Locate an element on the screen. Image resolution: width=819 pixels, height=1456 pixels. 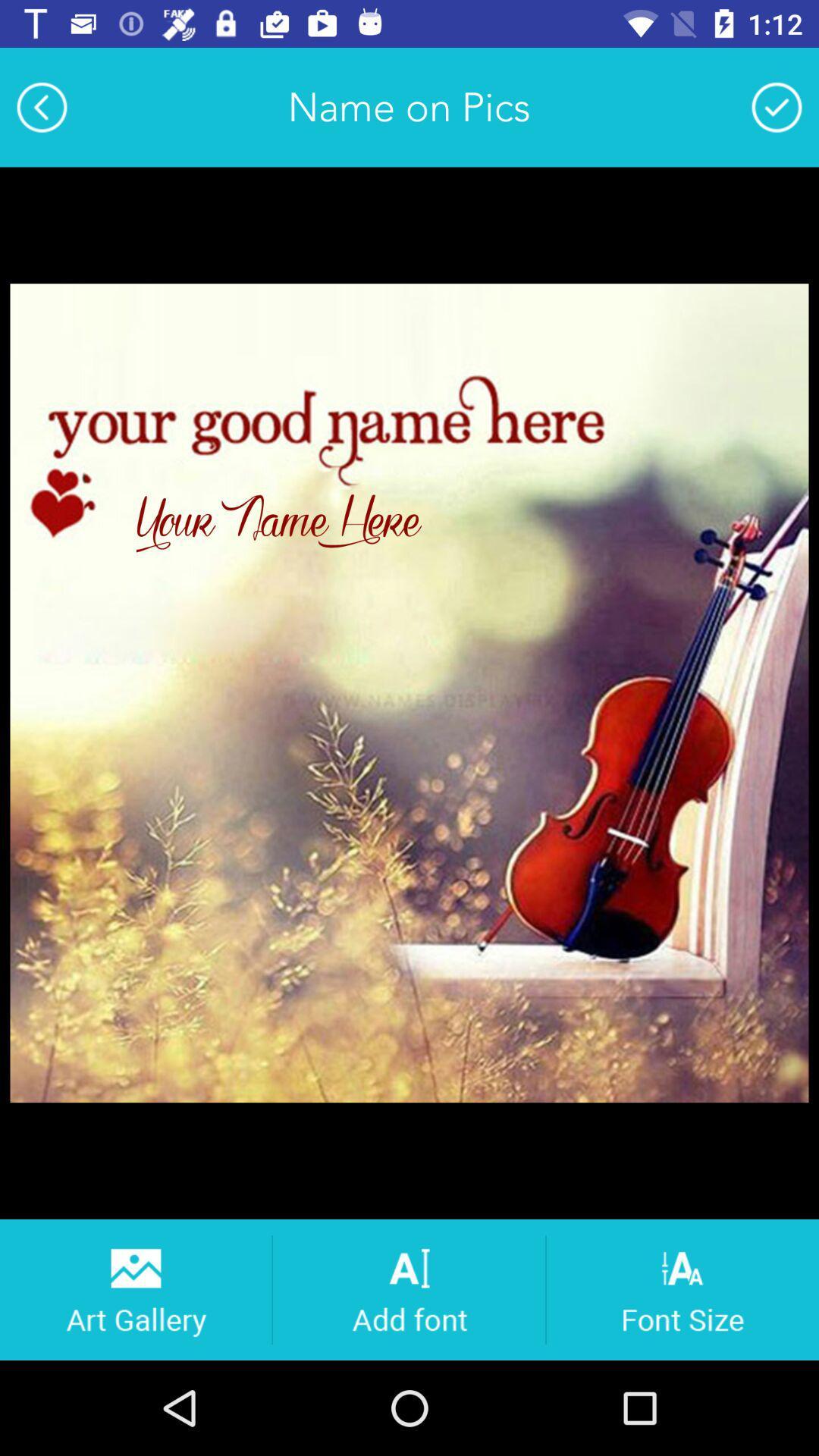
art/picture gallery is located at coordinates (134, 1288).